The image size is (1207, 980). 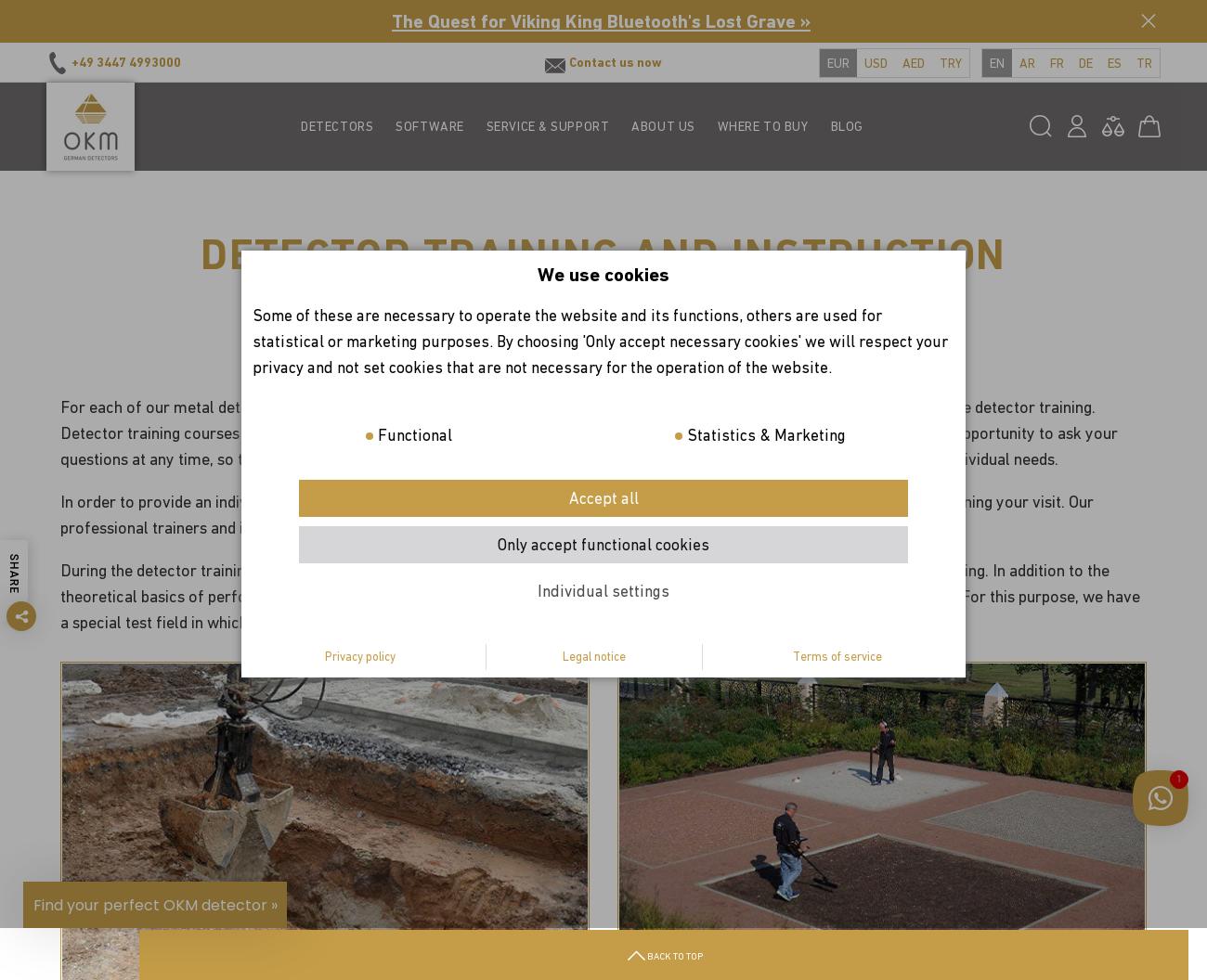 I want to click on 'TR', so click(x=1135, y=62).